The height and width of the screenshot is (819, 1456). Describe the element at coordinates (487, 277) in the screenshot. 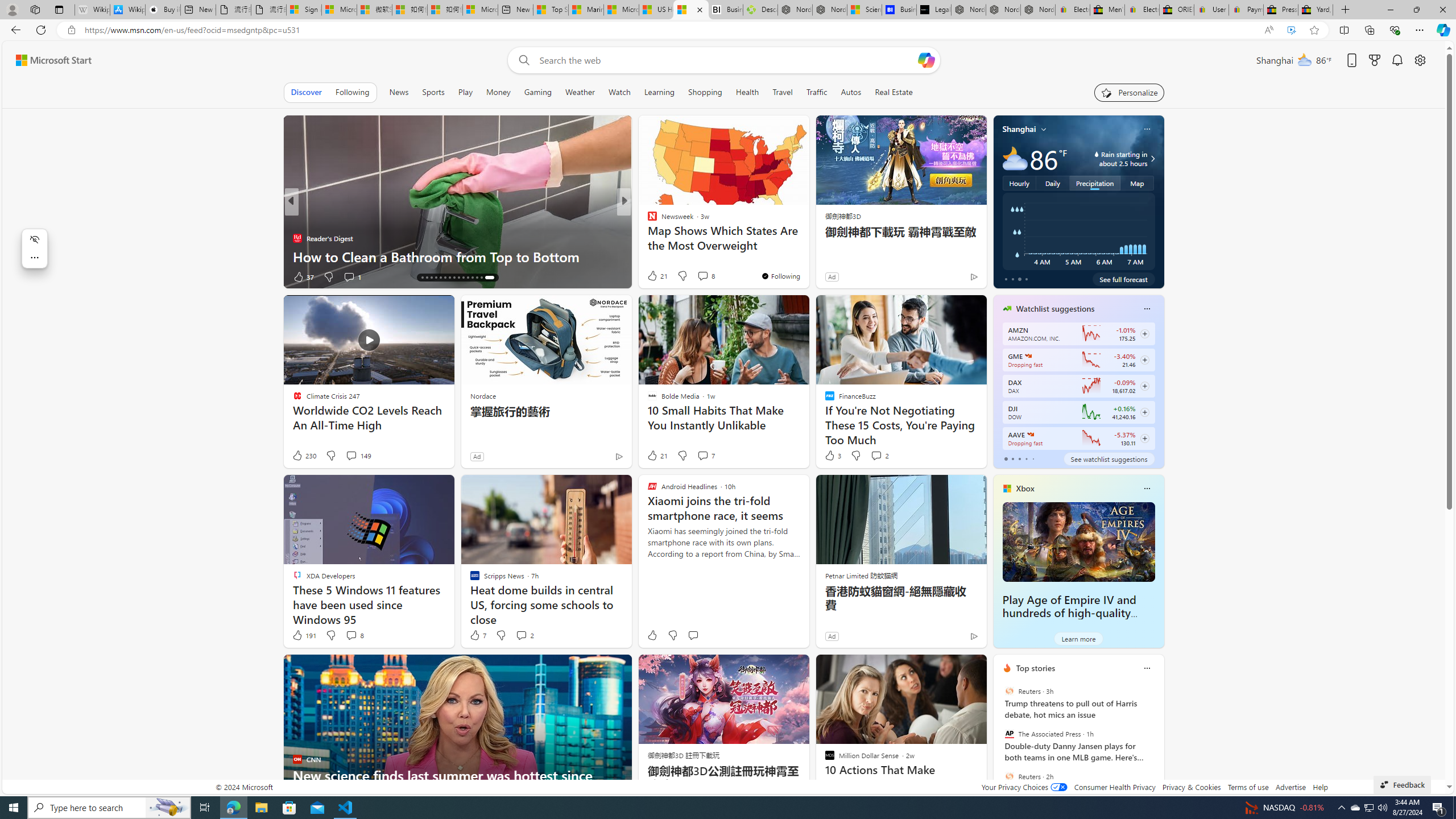

I see `'AutomationID: tab-29'` at that location.